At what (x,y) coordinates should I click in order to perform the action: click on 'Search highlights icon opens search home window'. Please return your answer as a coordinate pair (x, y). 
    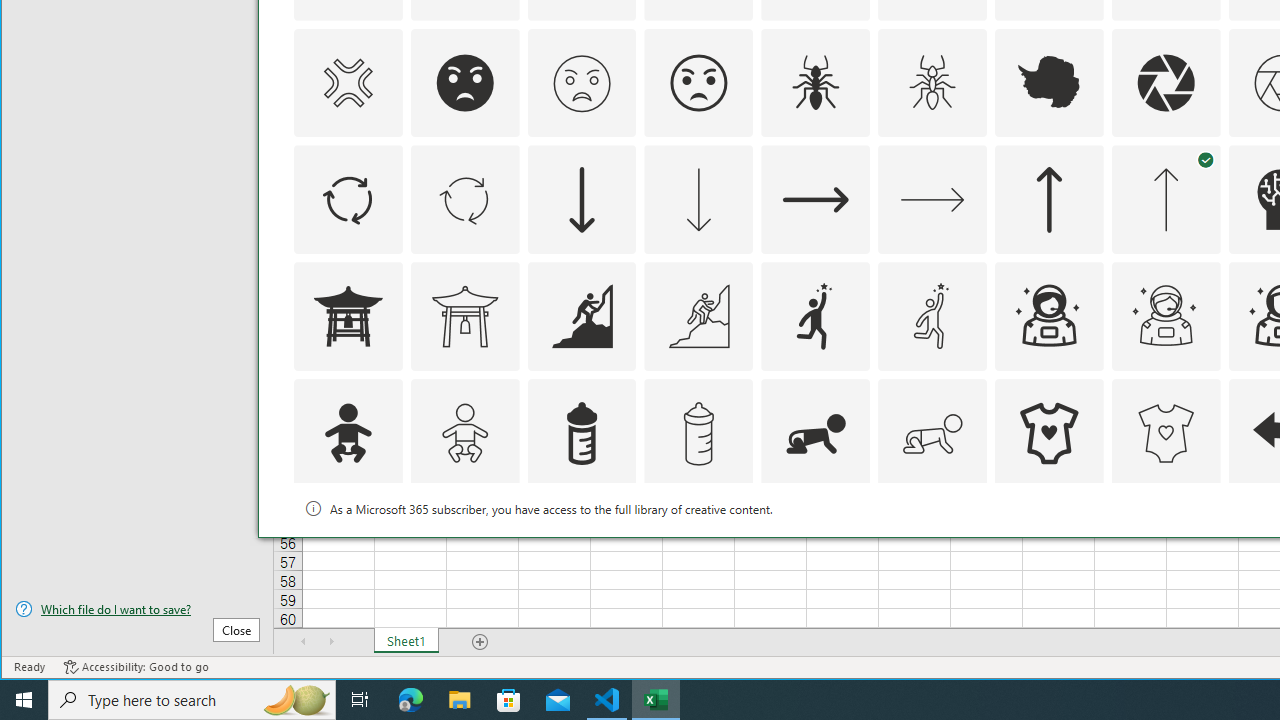
    Looking at the image, I should click on (294, 698).